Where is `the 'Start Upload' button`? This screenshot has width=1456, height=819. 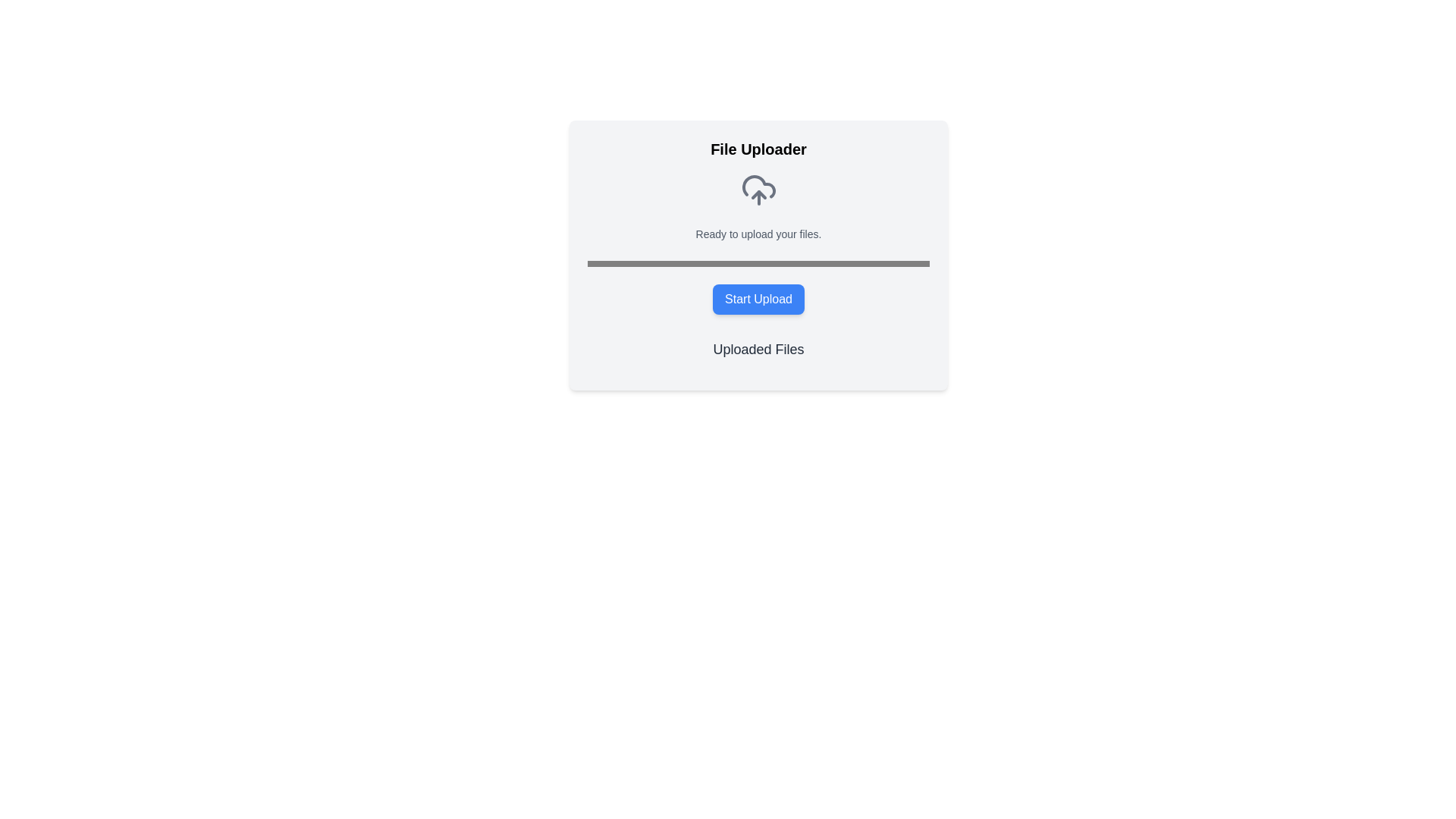 the 'Start Upload' button is located at coordinates (758, 299).